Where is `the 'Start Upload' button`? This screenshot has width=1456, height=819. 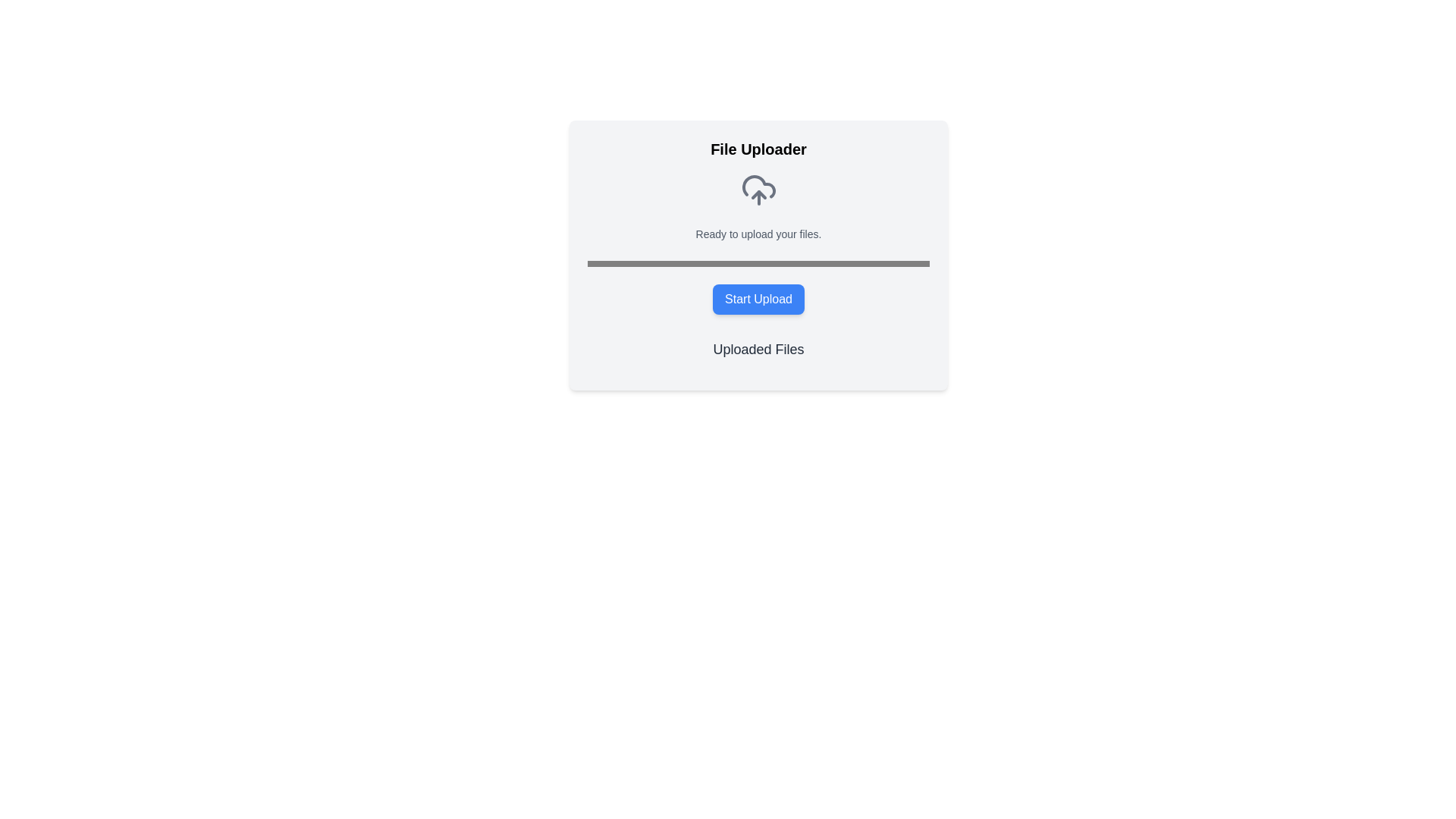 the 'Start Upload' button is located at coordinates (758, 299).